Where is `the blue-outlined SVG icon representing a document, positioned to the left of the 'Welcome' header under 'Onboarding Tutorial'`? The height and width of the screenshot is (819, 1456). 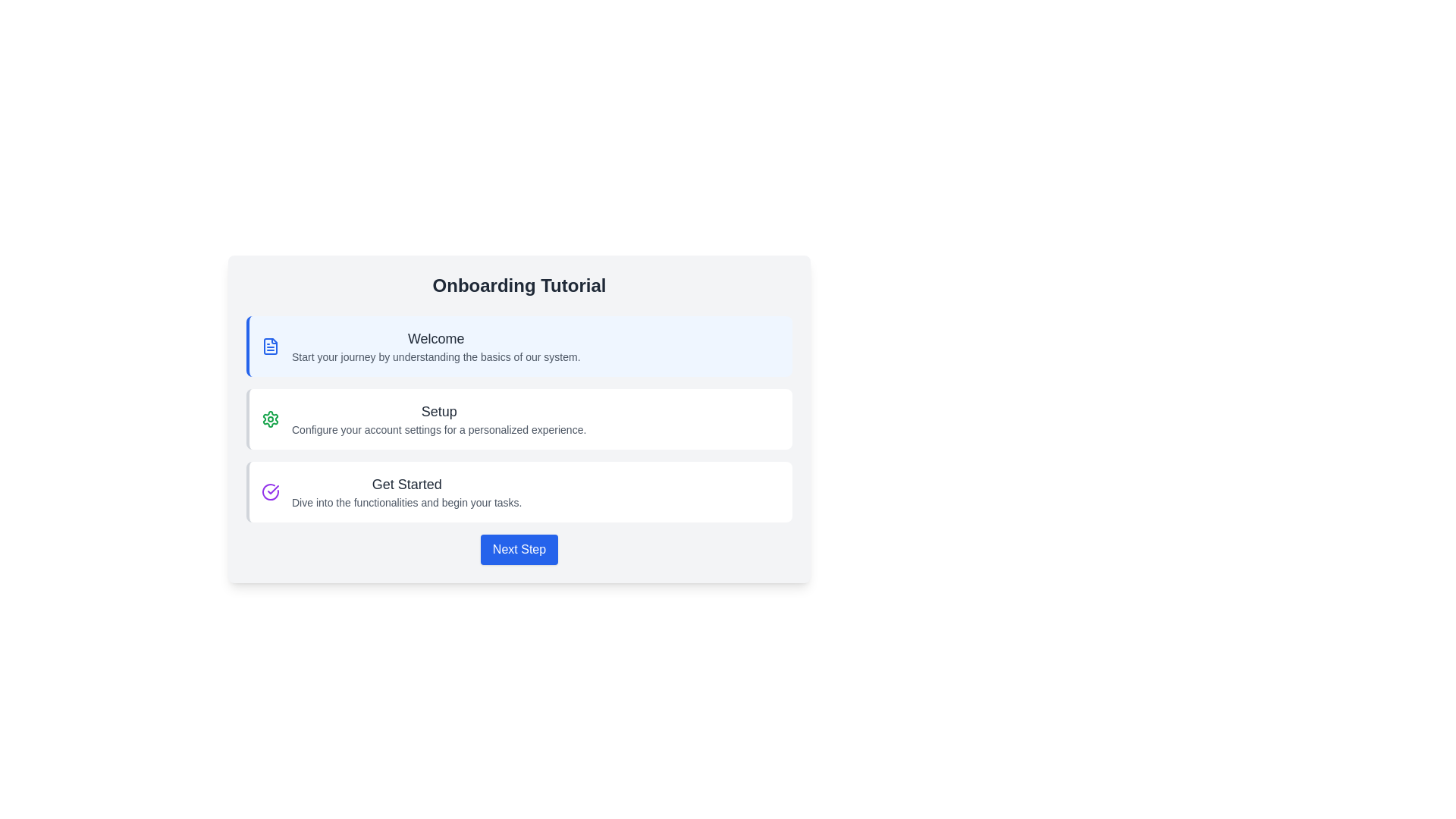
the blue-outlined SVG icon representing a document, positioned to the left of the 'Welcome' header under 'Onboarding Tutorial' is located at coordinates (270, 346).